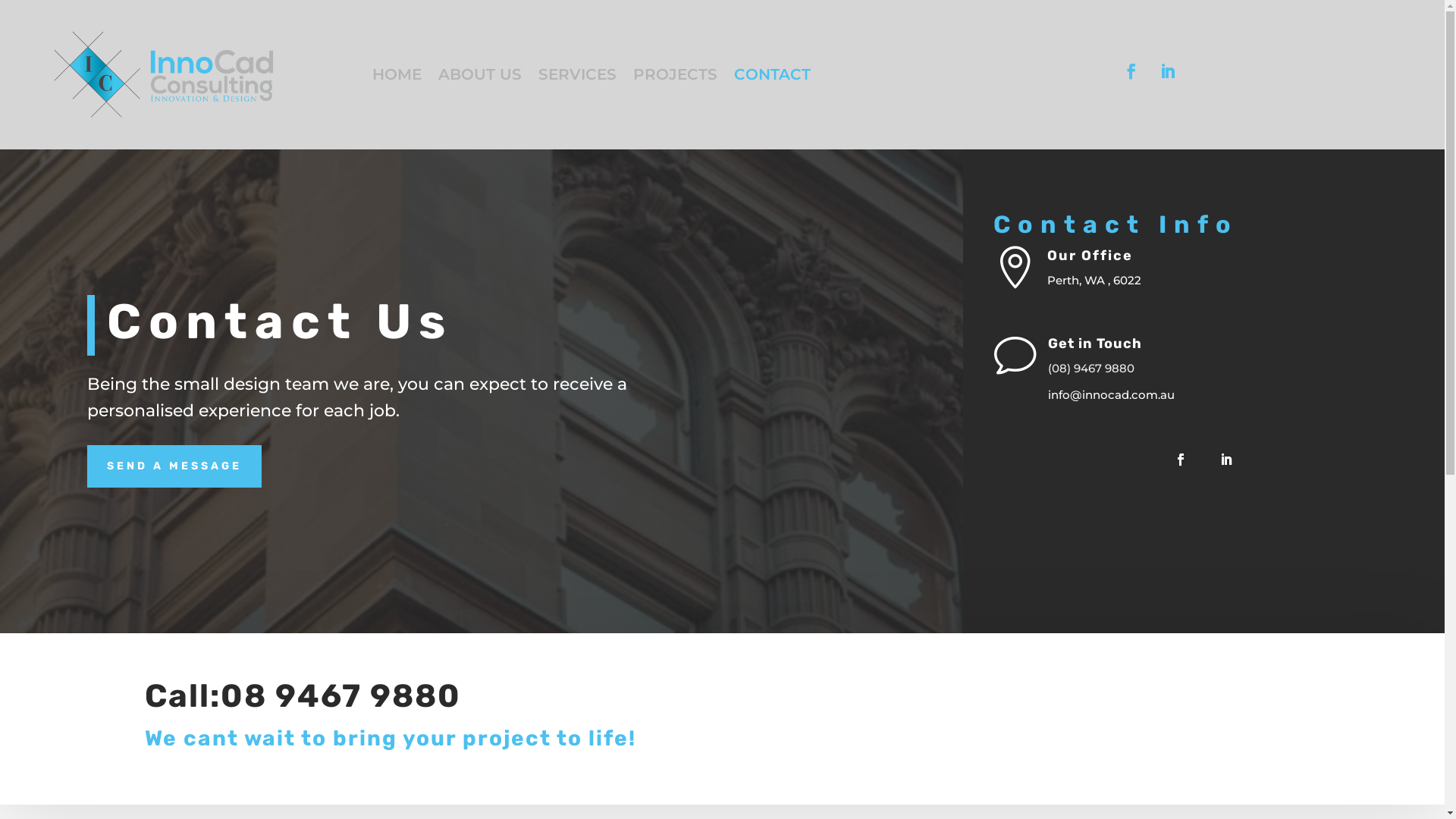 The image size is (1456, 819). Describe the element at coordinates (576, 77) in the screenshot. I see `'SERVICES'` at that location.